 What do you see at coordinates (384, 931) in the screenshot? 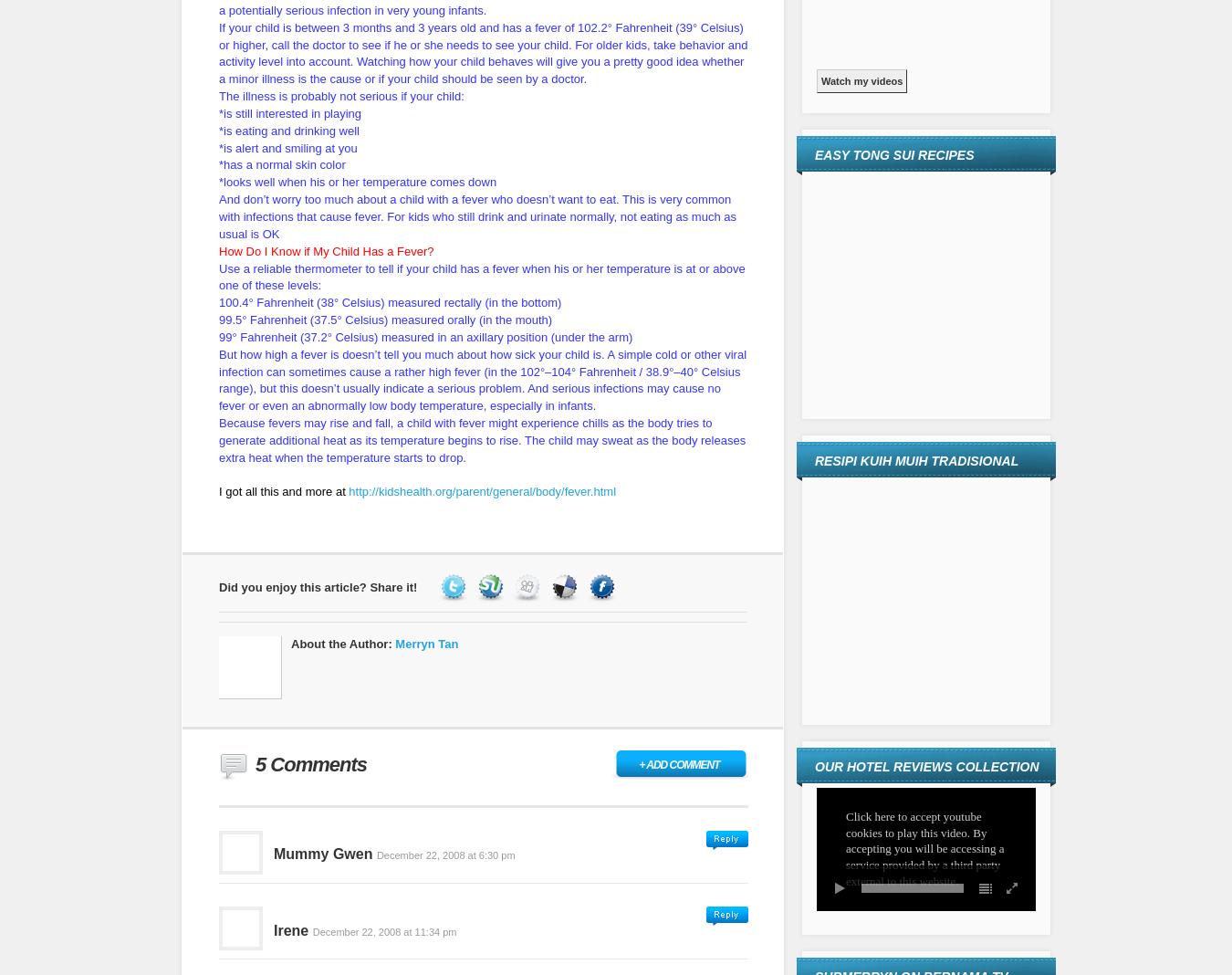
I see `'December 22, 2008 at 11:34 pm'` at bounding box center [384, 931].